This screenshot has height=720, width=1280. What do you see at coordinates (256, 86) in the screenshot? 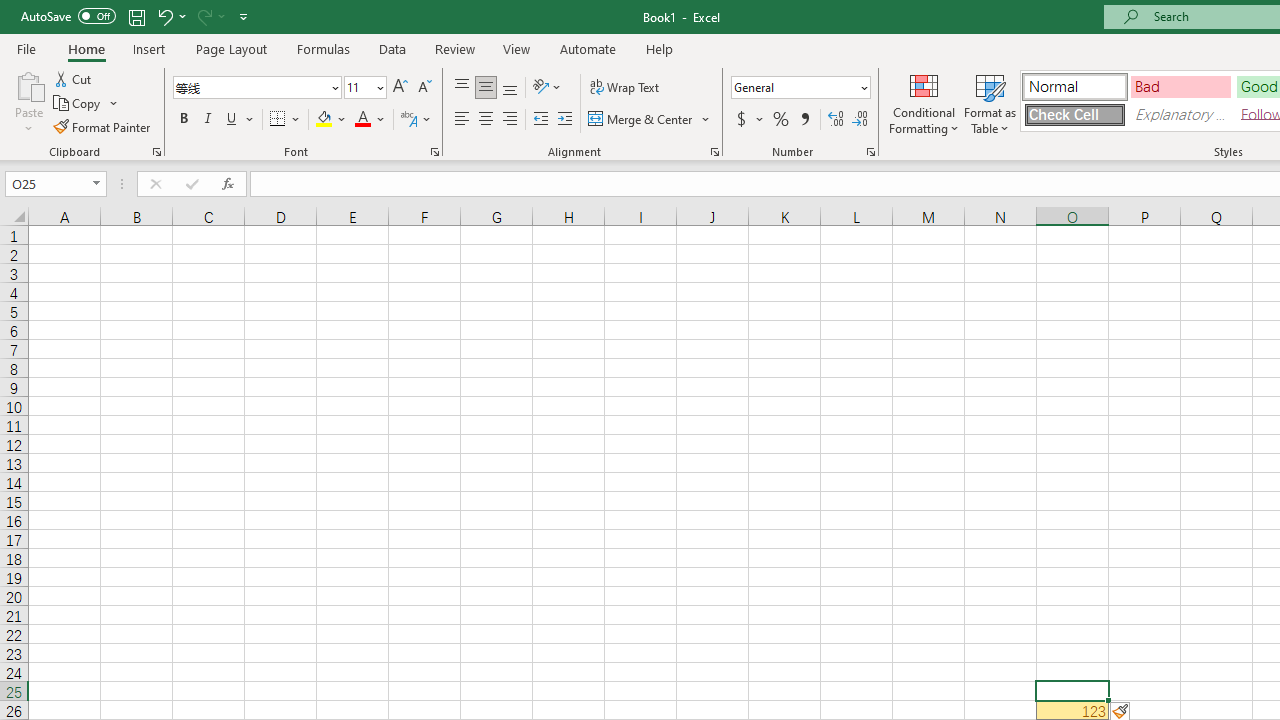
I see `'Font'` at bounding box center [256, 86].